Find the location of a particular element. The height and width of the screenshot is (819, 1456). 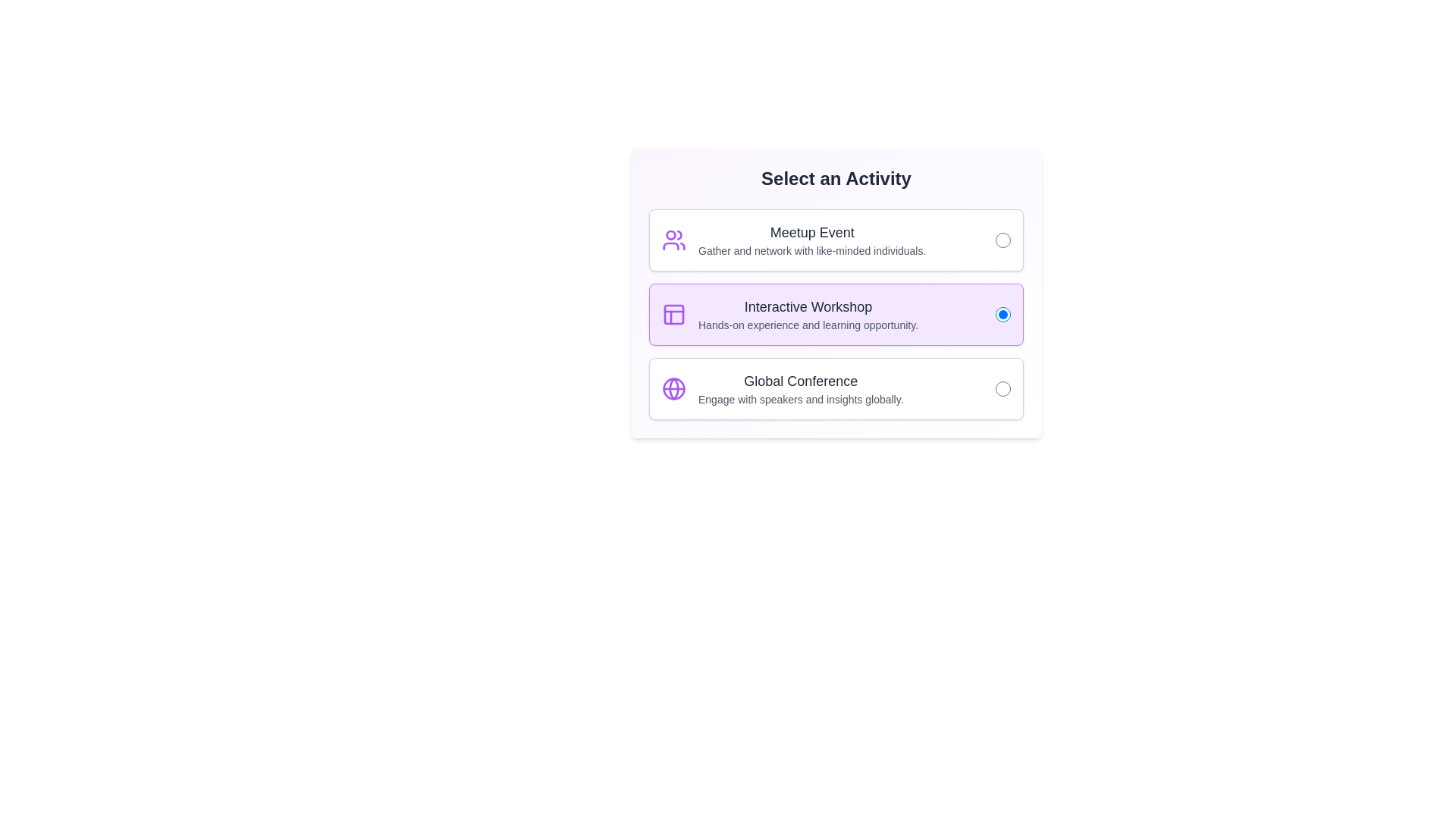

the purple globe icon that represents the 'Global Conference' selection item, located to the left of the text 'Global Conference' is located at coordinates (673, 388).